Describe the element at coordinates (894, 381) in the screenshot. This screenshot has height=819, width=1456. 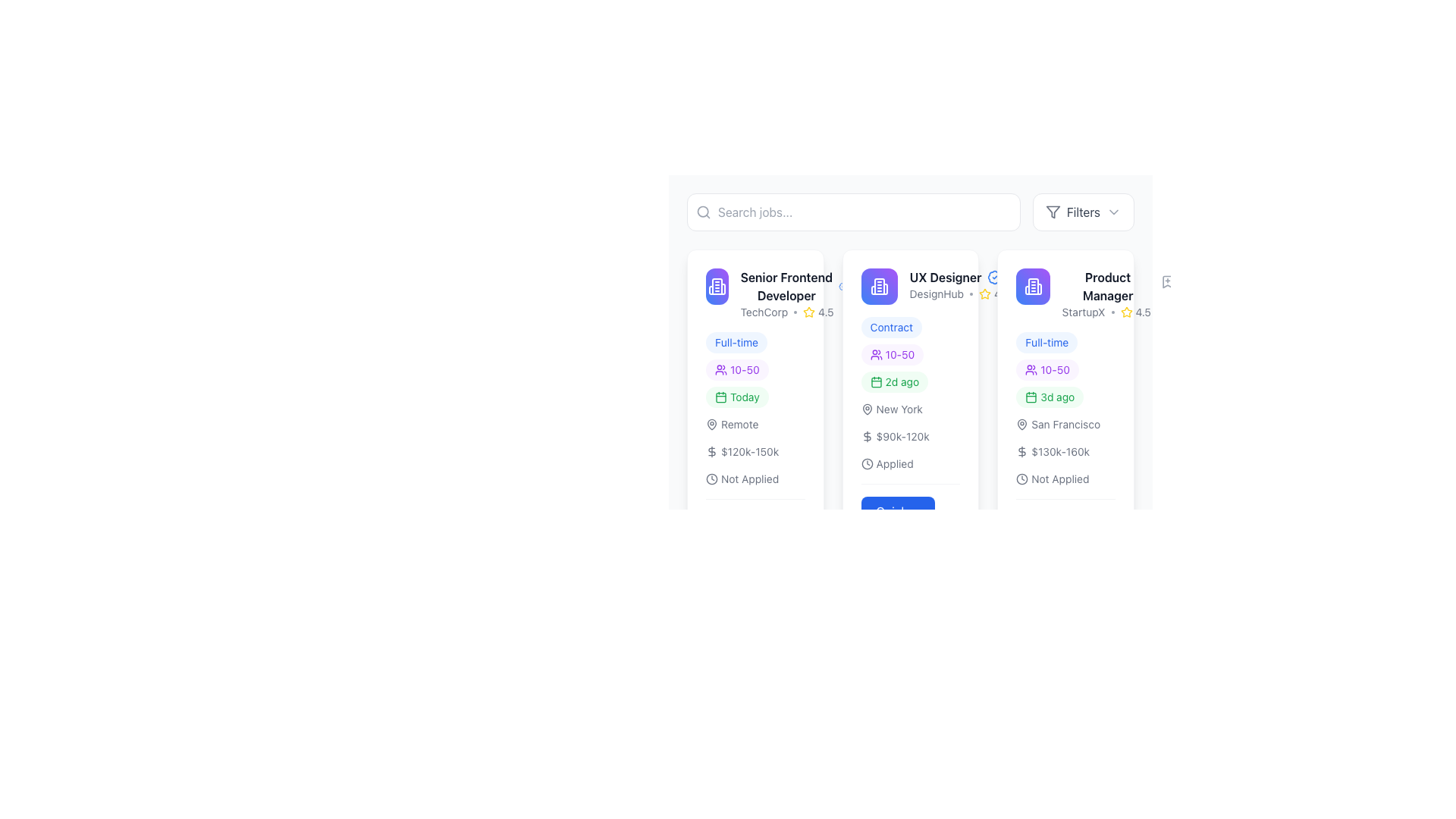
I see `the displayed timestamp indicator badge for the job posting titled 'UX Designer' which shows that the job was created or updated 2 days ago` at that location.